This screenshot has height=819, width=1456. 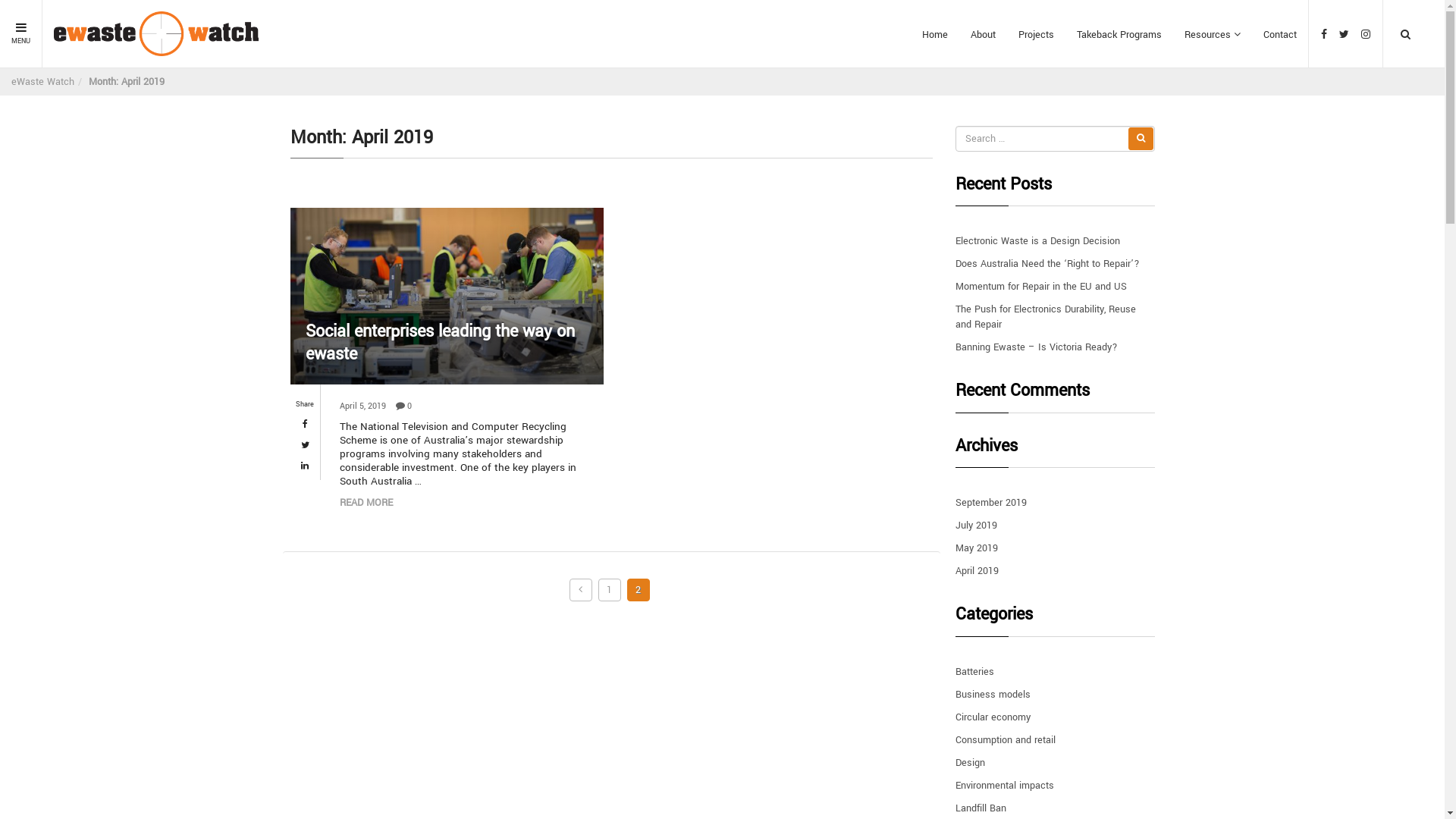 I want to click on 'Batteries', so click(x=954, y=671).